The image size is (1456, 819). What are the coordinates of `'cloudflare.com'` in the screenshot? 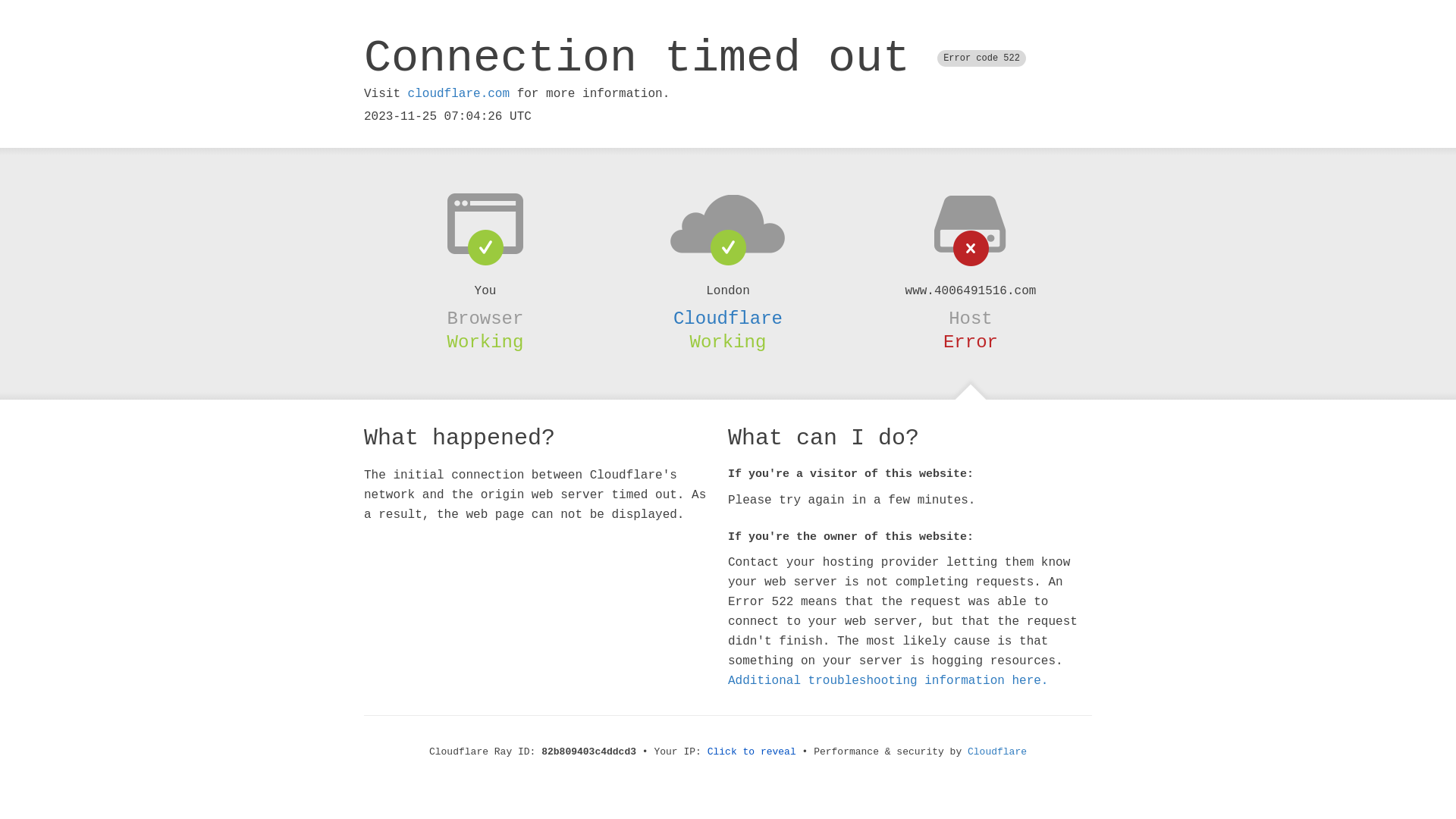 It's located at (457, 93).